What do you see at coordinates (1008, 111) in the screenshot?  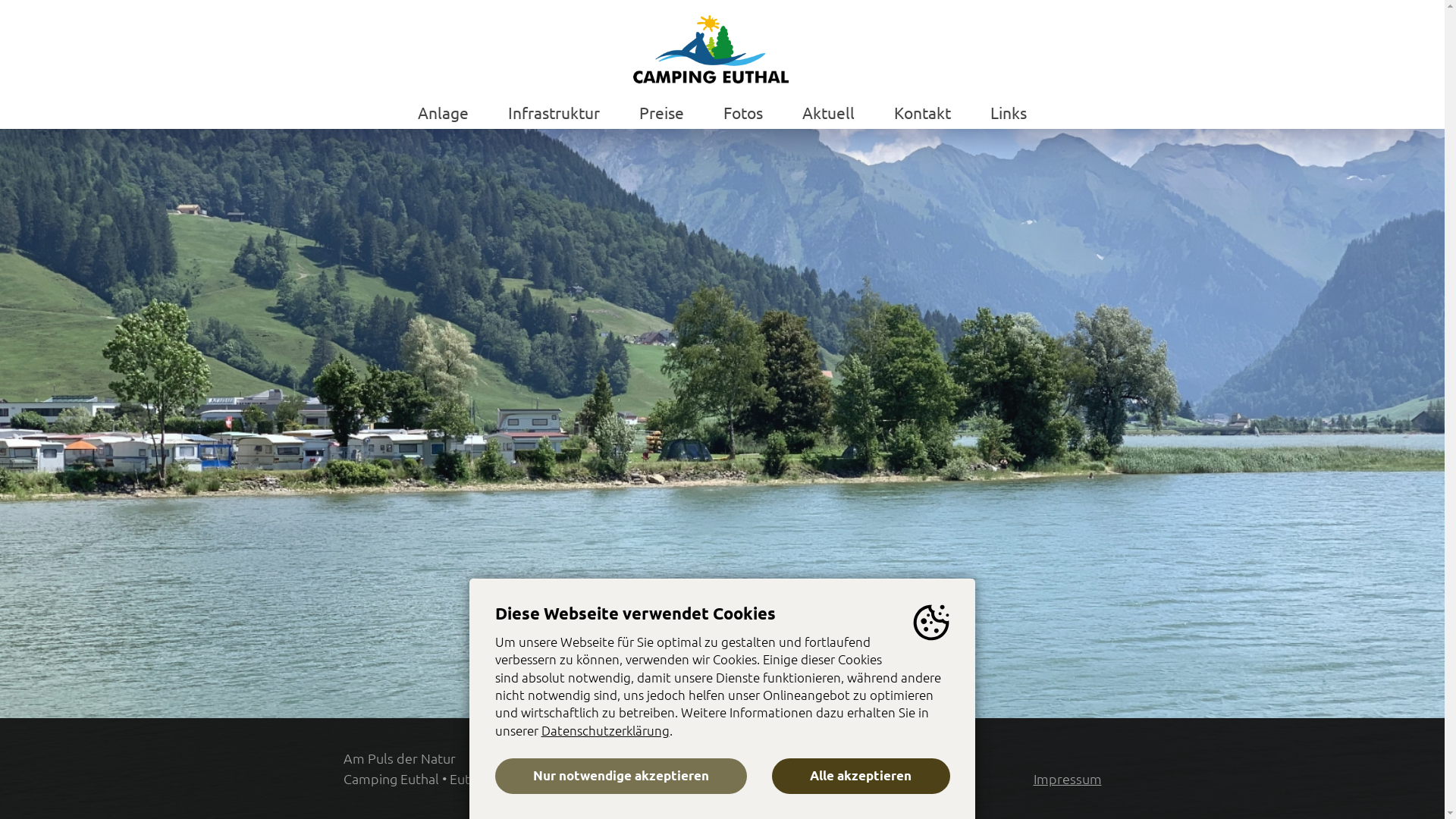 I see `'Links'` at bounding box center [1008, 111].